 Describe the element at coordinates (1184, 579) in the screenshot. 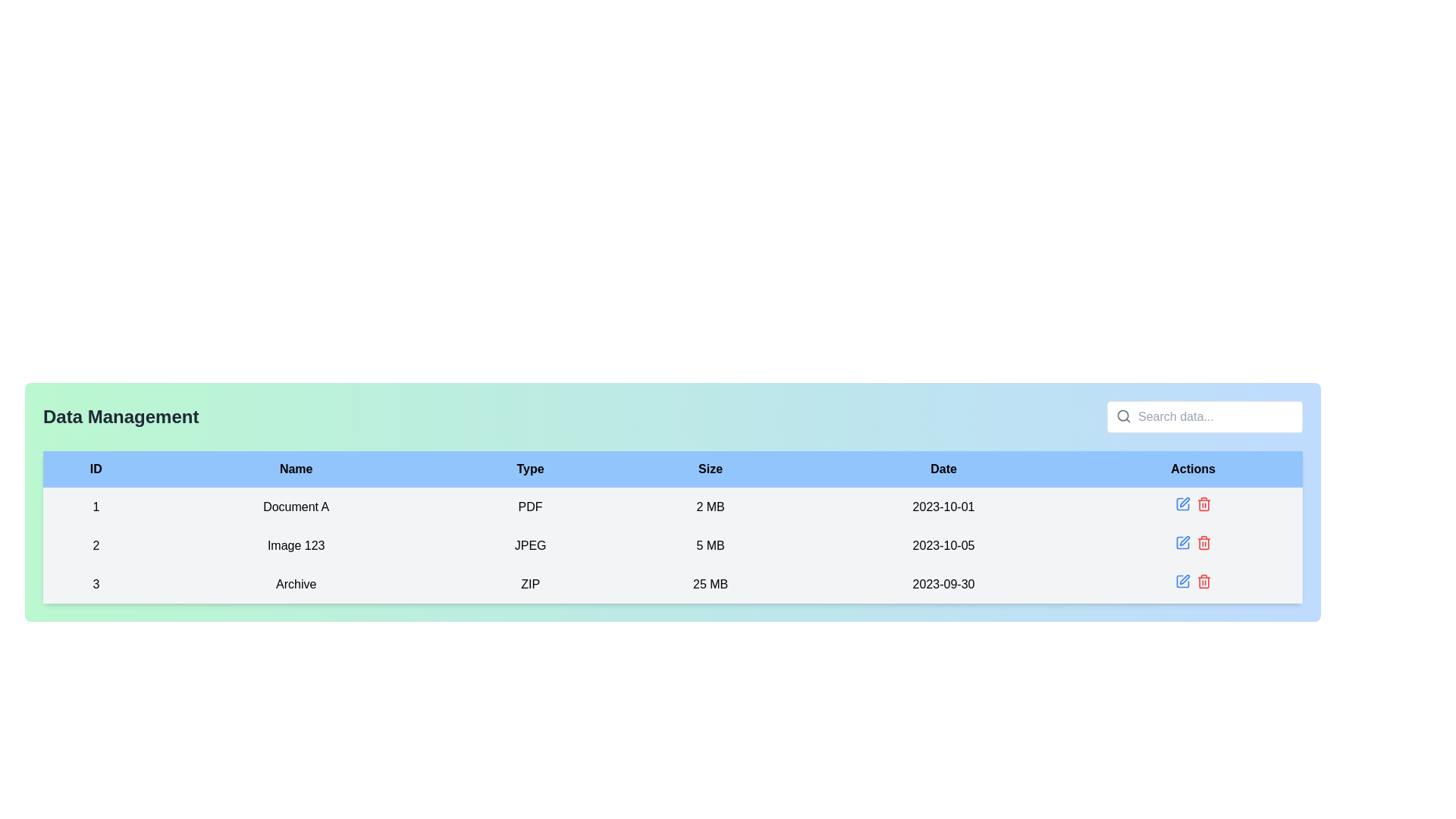

I see `the vector-based pen or edit icon located in the Actions column of the table to initiate an edit action` at that location.